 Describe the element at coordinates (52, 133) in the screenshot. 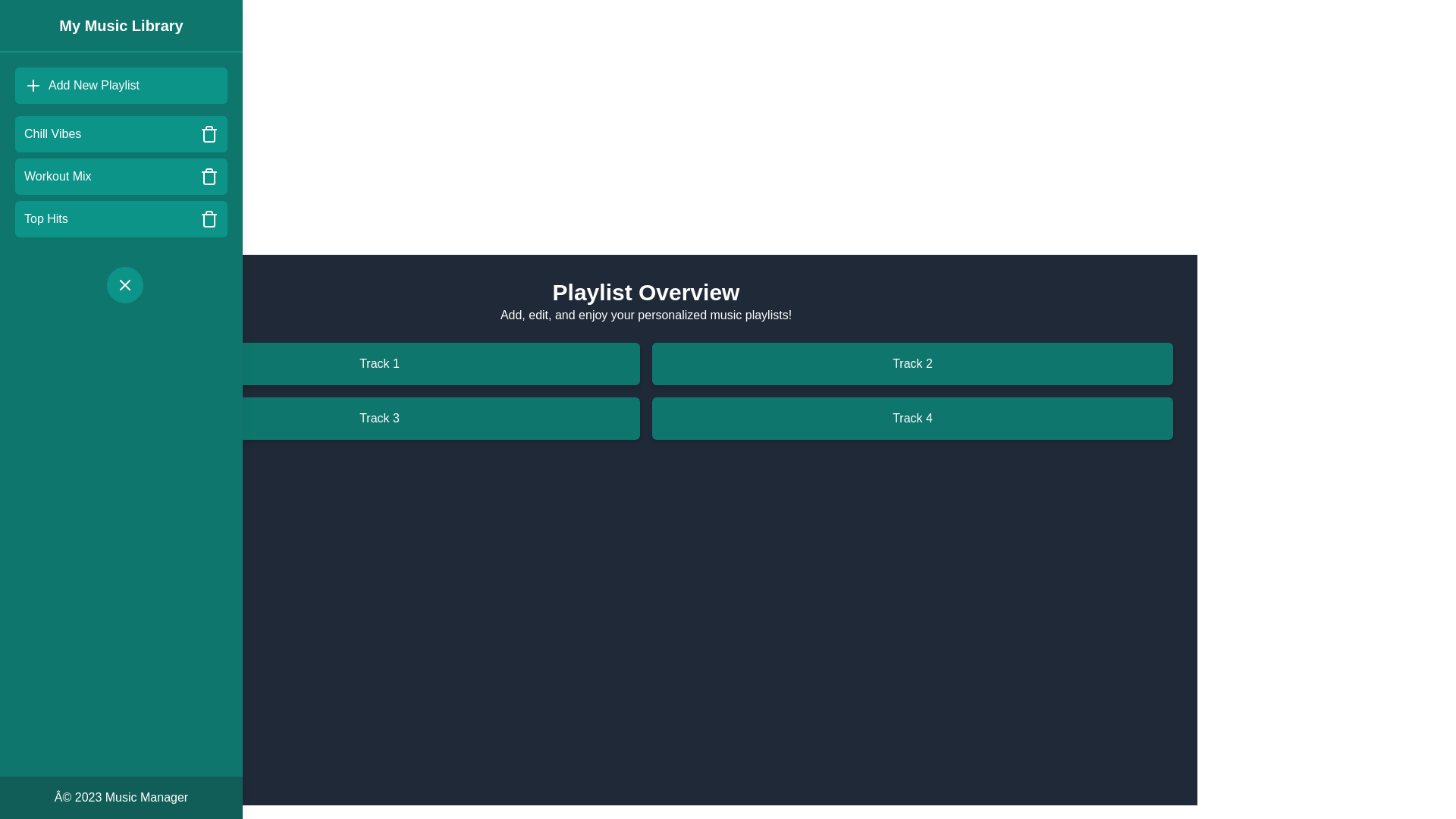

I see `the text label displaying 'Chill Vibes', which is styled in white on a teal background, located in the left sidebar of 'My Music Library', positioned second from the top among playlist items` at that location.